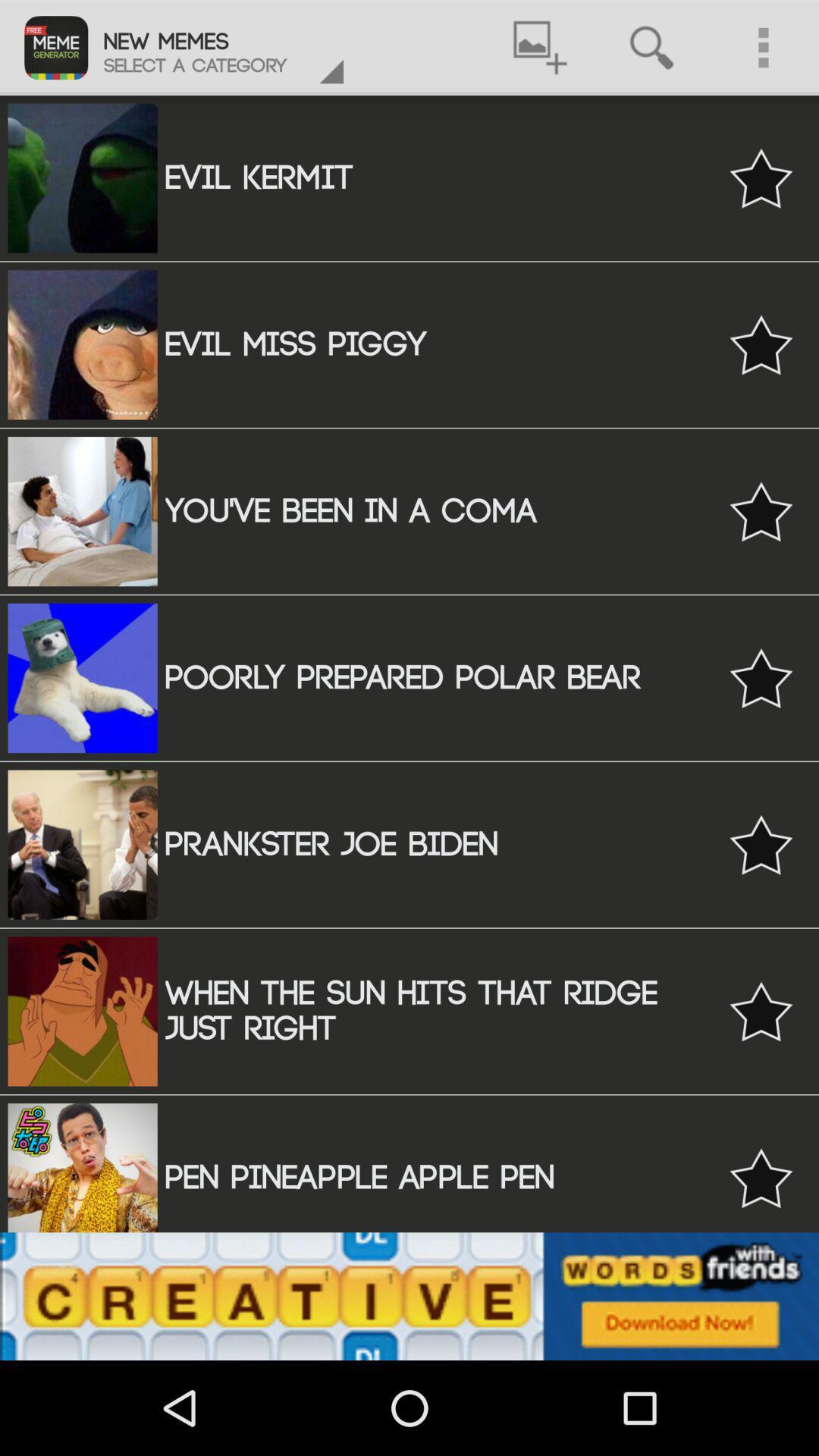  What do you see at coordinates (761, 844) in the screenshot?
I see `star button` at bounding box center [761, 844].